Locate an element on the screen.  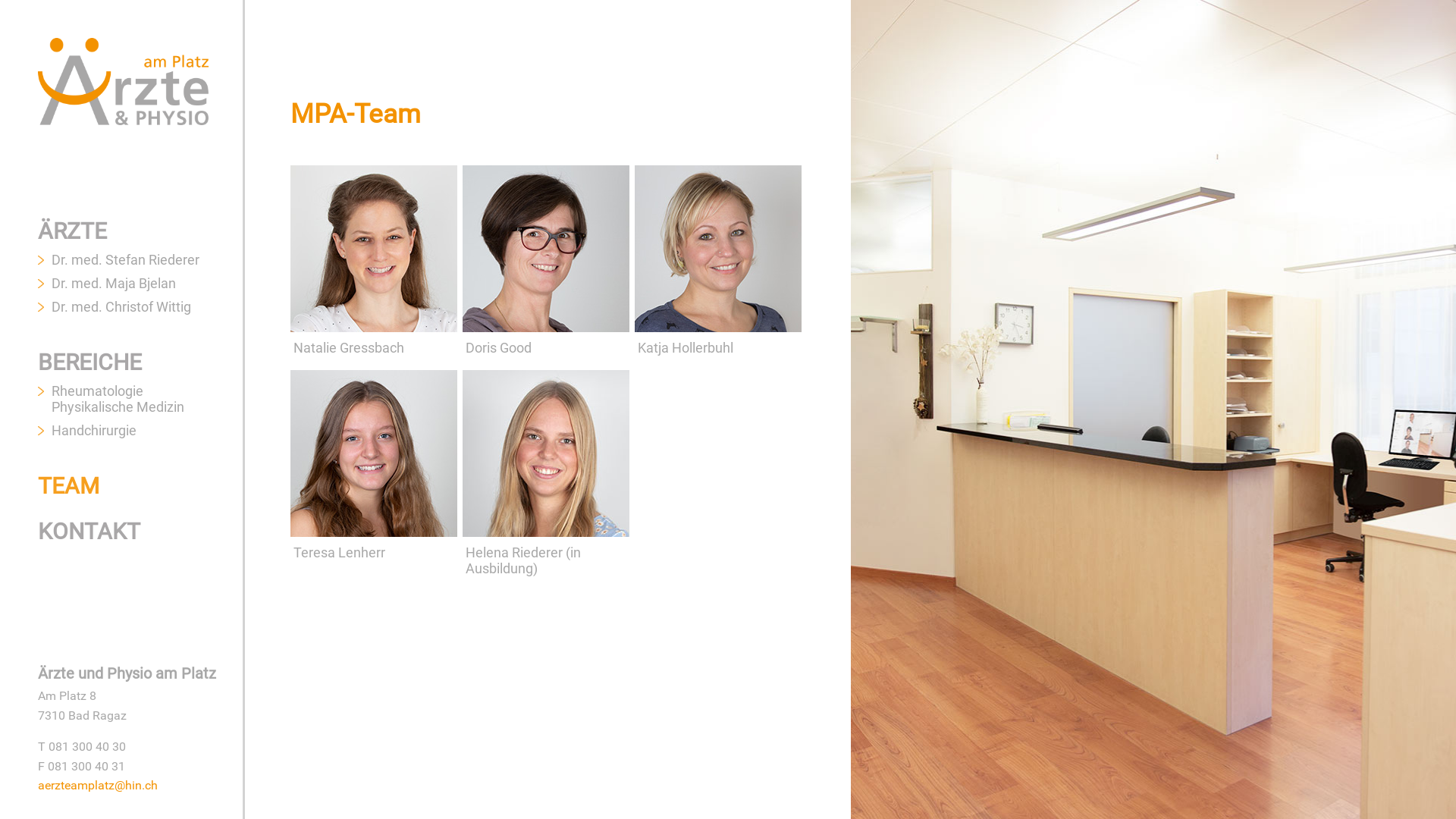
'TEAM' is located at coordinates (67, 485).